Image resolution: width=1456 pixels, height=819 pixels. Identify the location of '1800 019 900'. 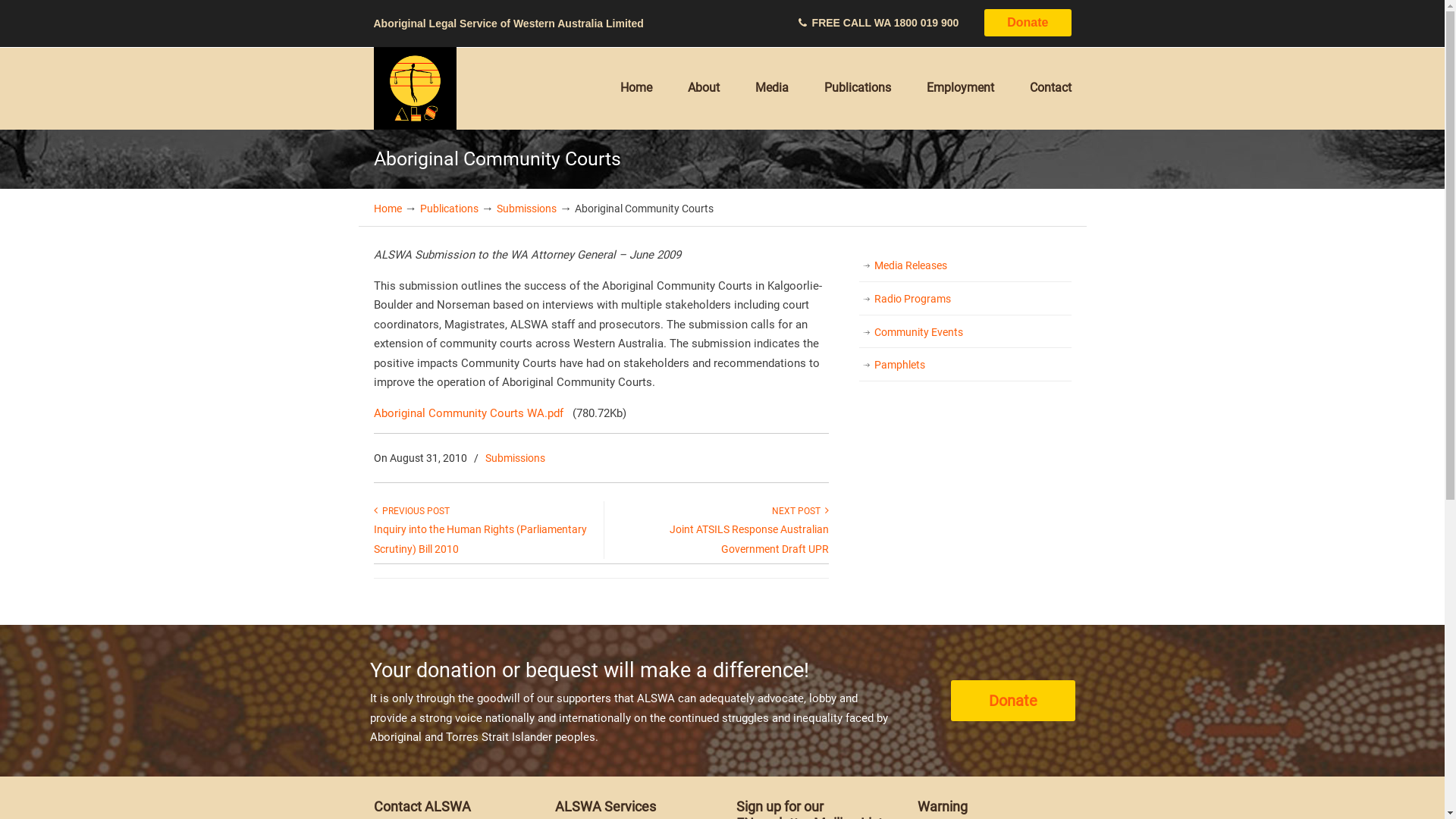
(926, 23).